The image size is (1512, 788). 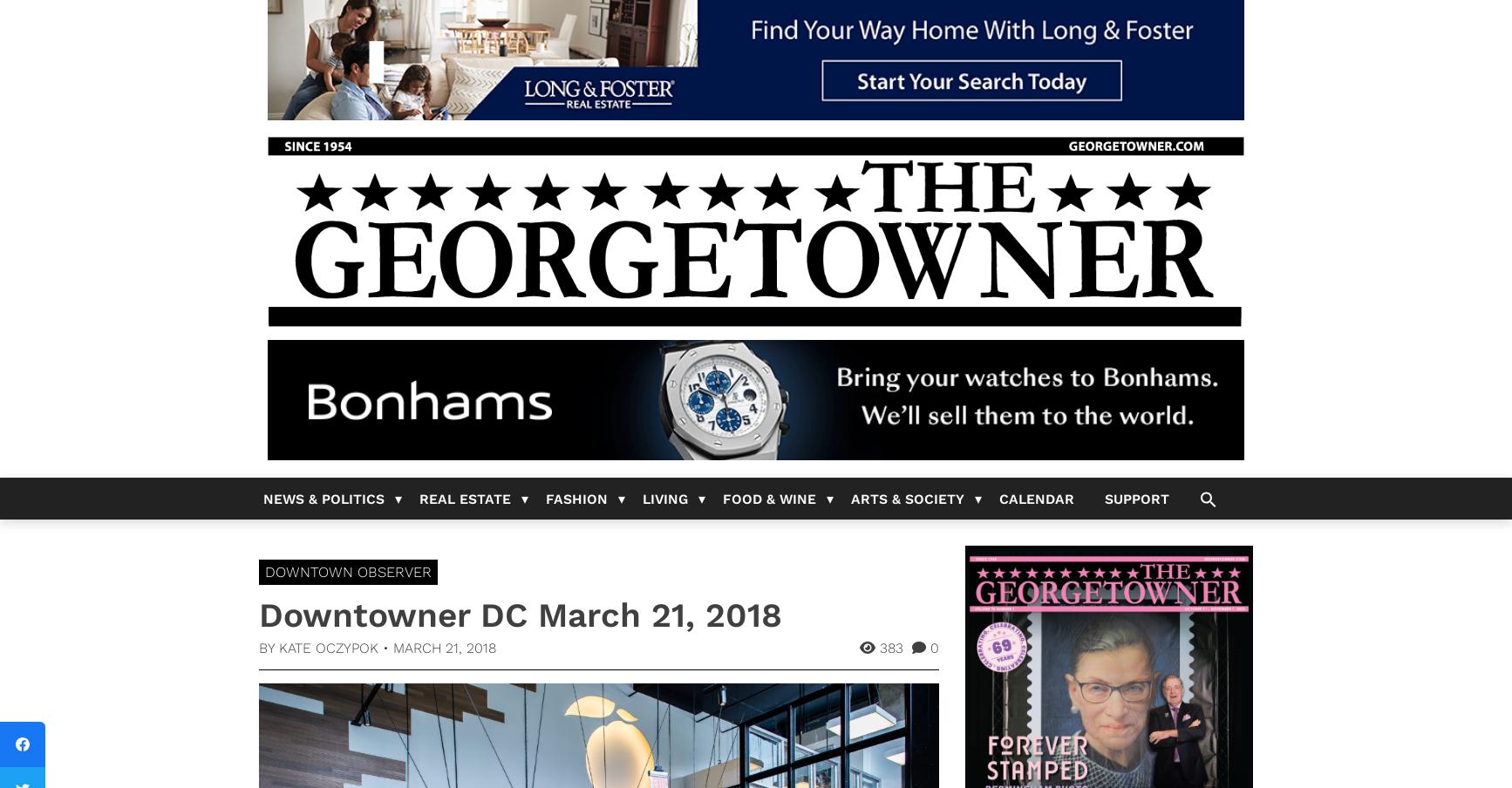 I want to click on 'Downtown Observer', so click(x=348, y=572).